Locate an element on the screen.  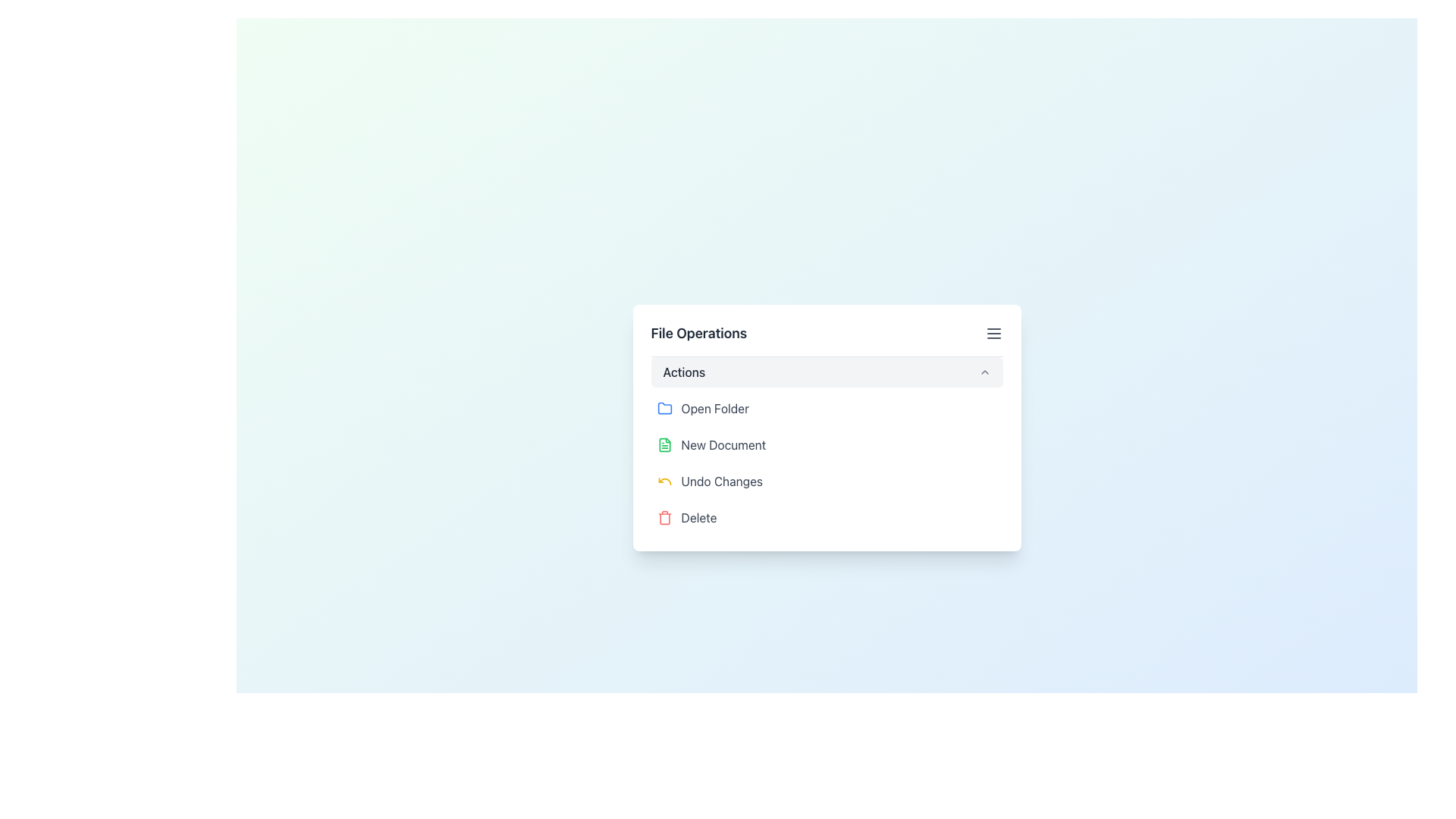
the 'Undo Changes' icon located on the leftmost side of the menu entry within the 'File Operations' panel is located at coordinates (664, 481).